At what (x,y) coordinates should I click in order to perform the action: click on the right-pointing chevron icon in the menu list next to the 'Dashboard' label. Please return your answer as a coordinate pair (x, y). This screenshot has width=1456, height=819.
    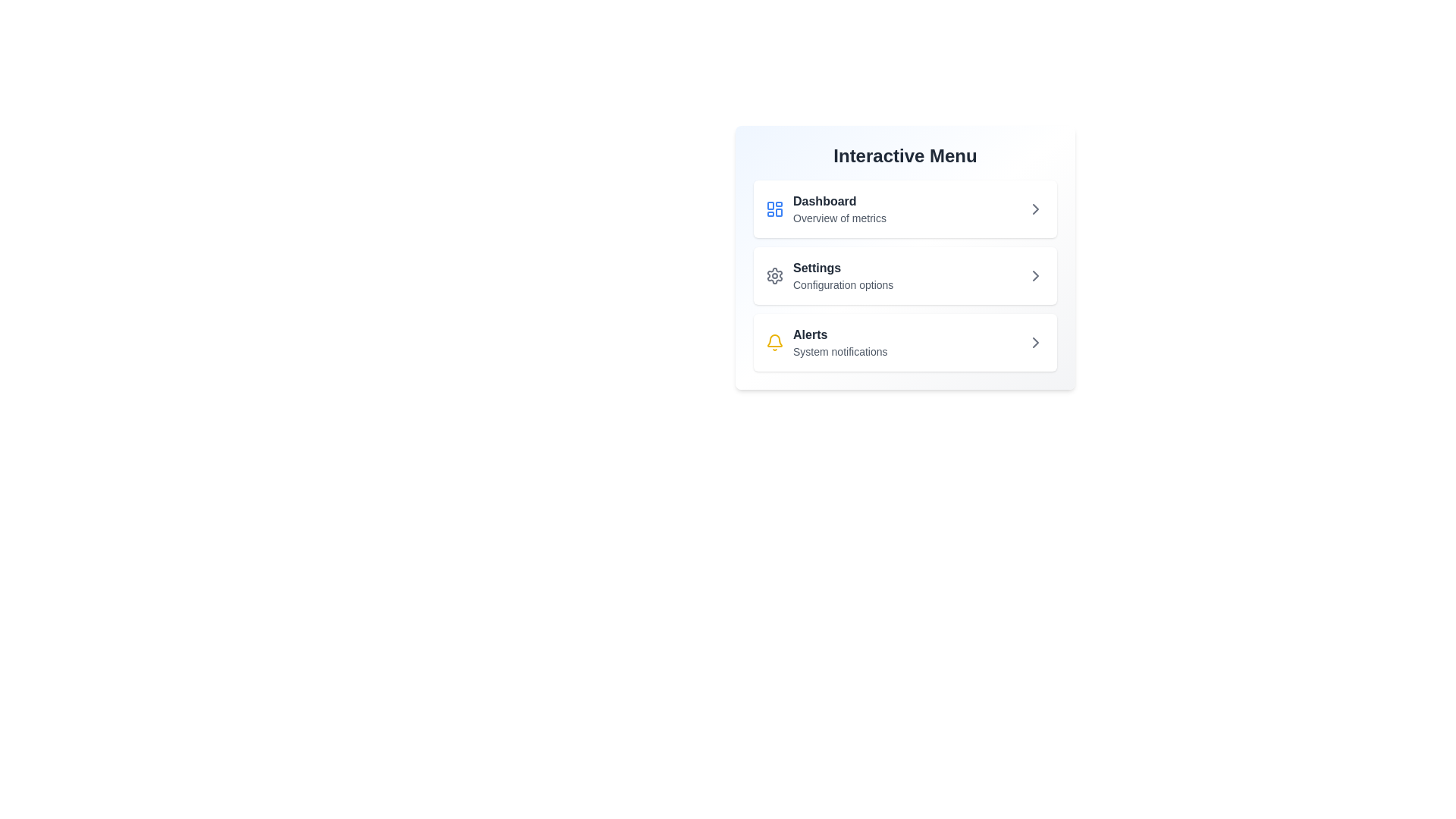
    Looking at the image, I should click on (1035, 209).